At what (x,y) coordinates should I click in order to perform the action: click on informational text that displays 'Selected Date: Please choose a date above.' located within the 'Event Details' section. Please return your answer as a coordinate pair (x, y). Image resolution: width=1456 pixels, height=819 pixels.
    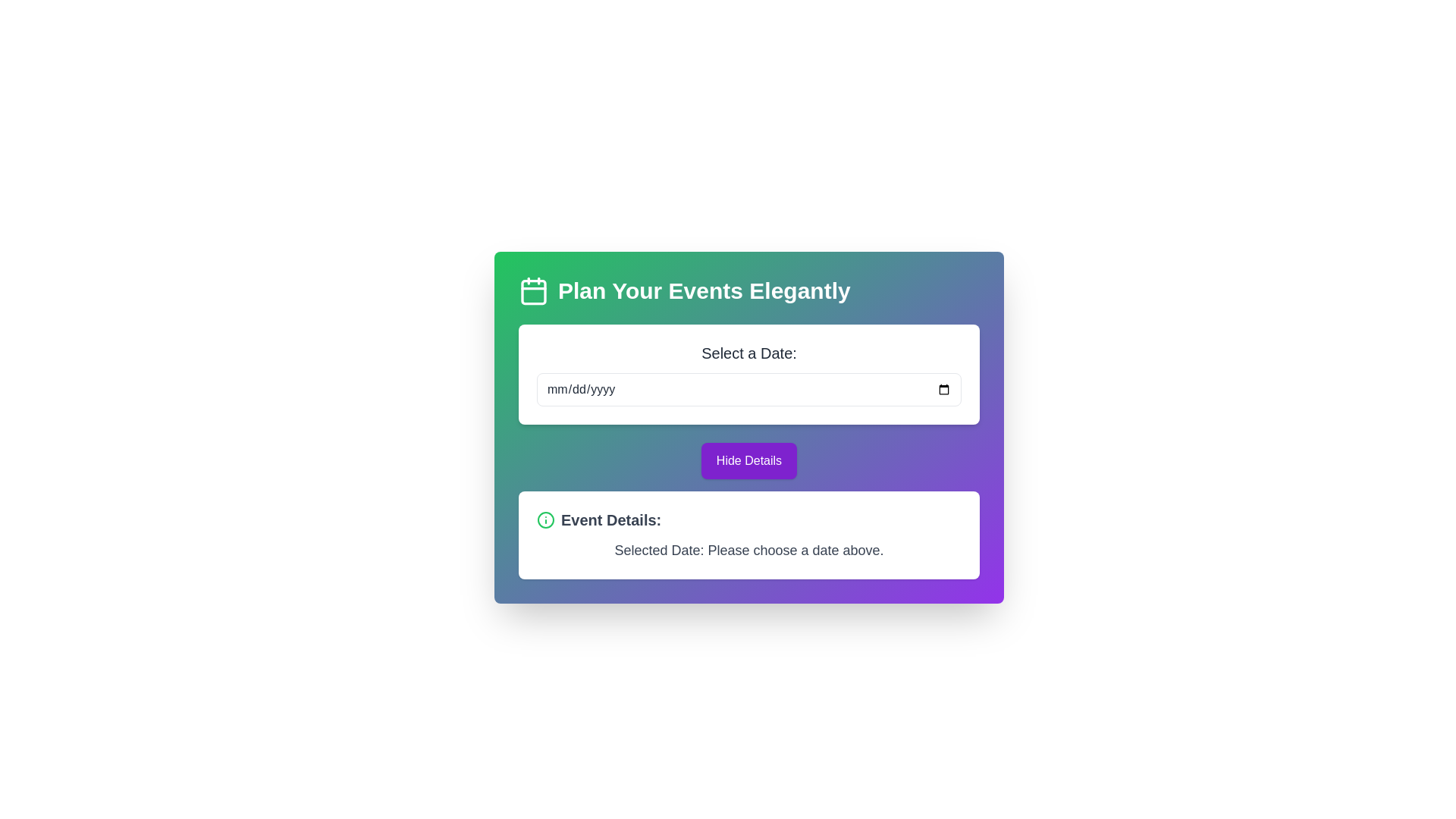
    Looking at the image, I should click on (749, 550).